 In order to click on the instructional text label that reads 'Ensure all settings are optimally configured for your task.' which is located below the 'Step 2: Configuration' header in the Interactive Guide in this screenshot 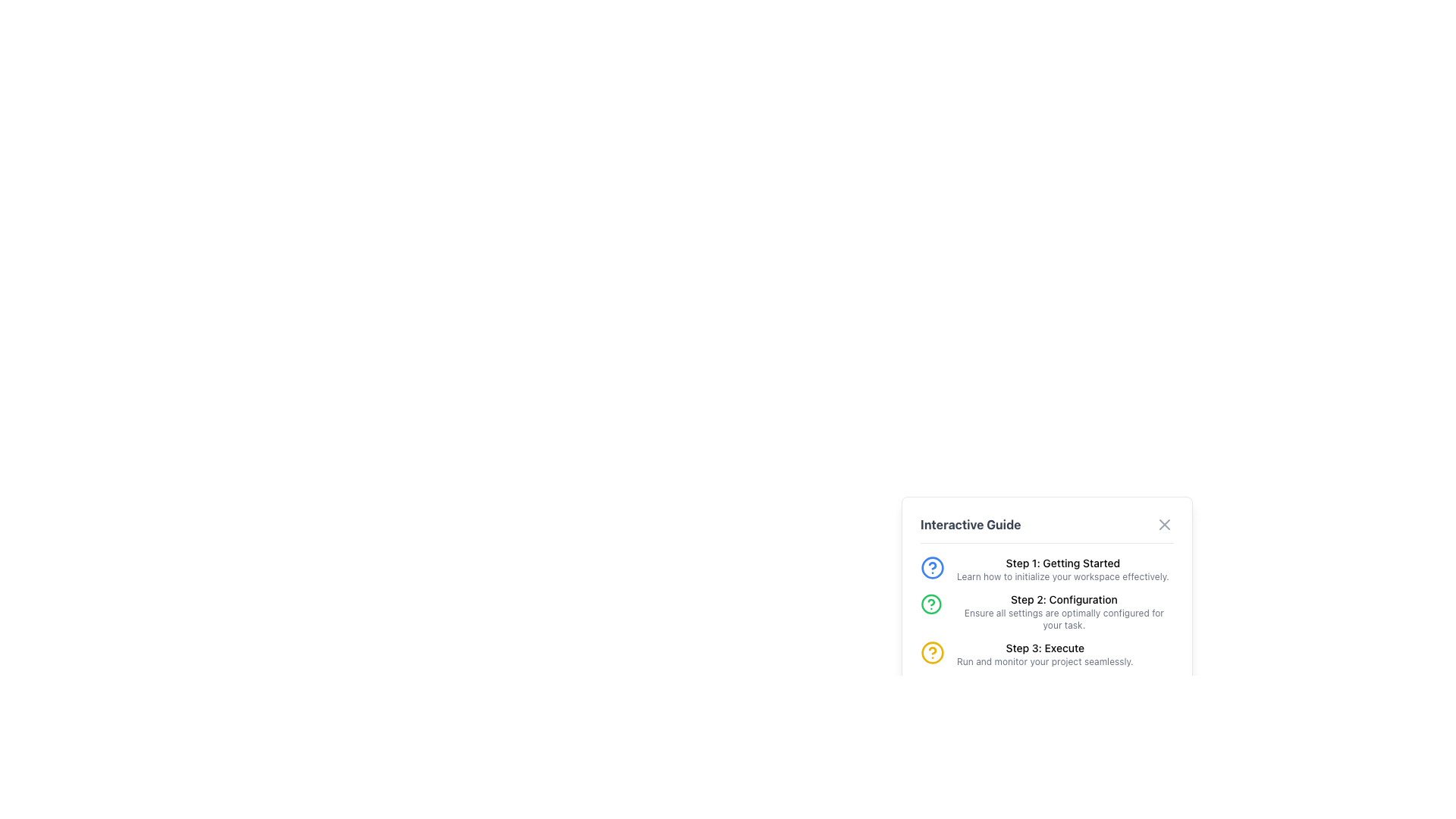, I will do `click(1063, 620)`.